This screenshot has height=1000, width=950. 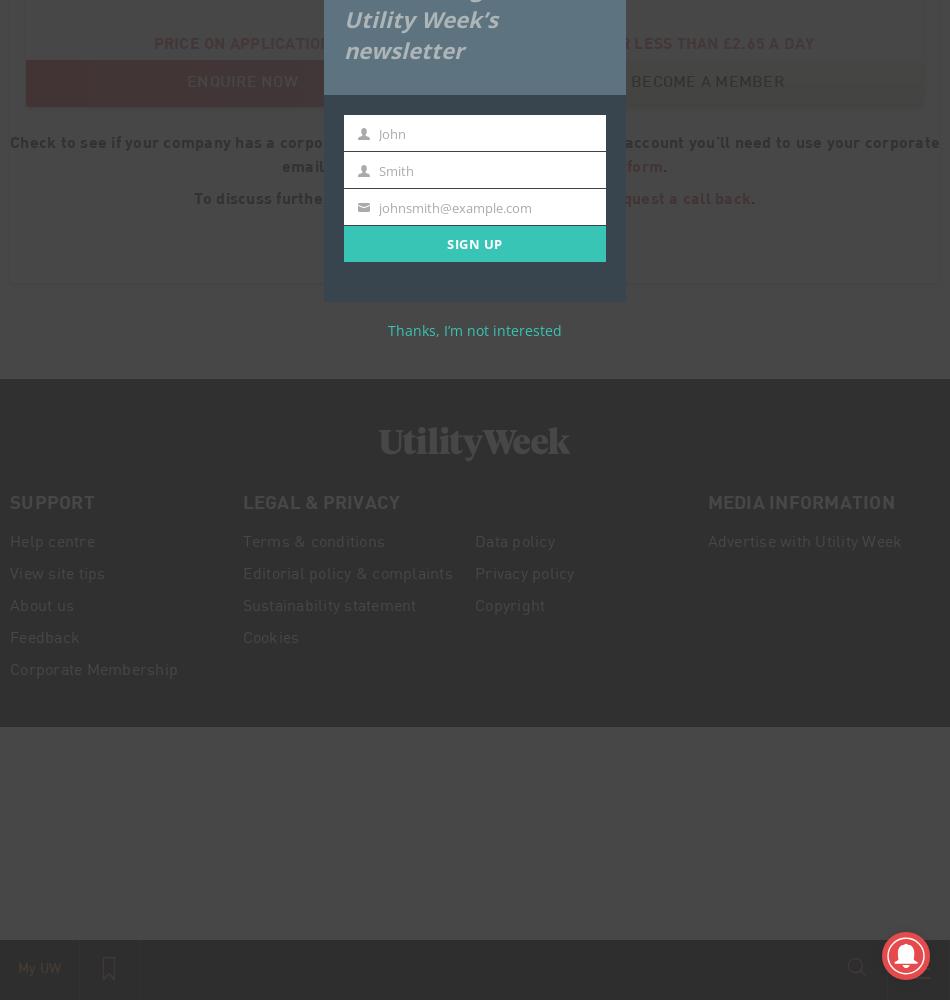 What do you see at coordinates (233, 141) in the screenshot?
I see `'Check to see if your company has a corporate membership'` at bounding box center [233, 141].